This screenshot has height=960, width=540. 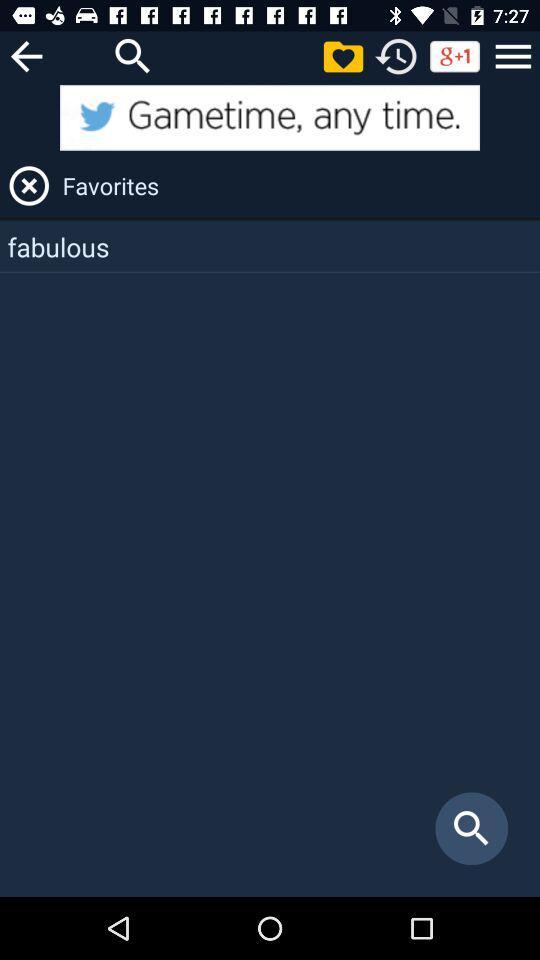 What do you see at coordinates (513, 55) in the screenshot?
I see `menu` at bounding box center [513, 55].